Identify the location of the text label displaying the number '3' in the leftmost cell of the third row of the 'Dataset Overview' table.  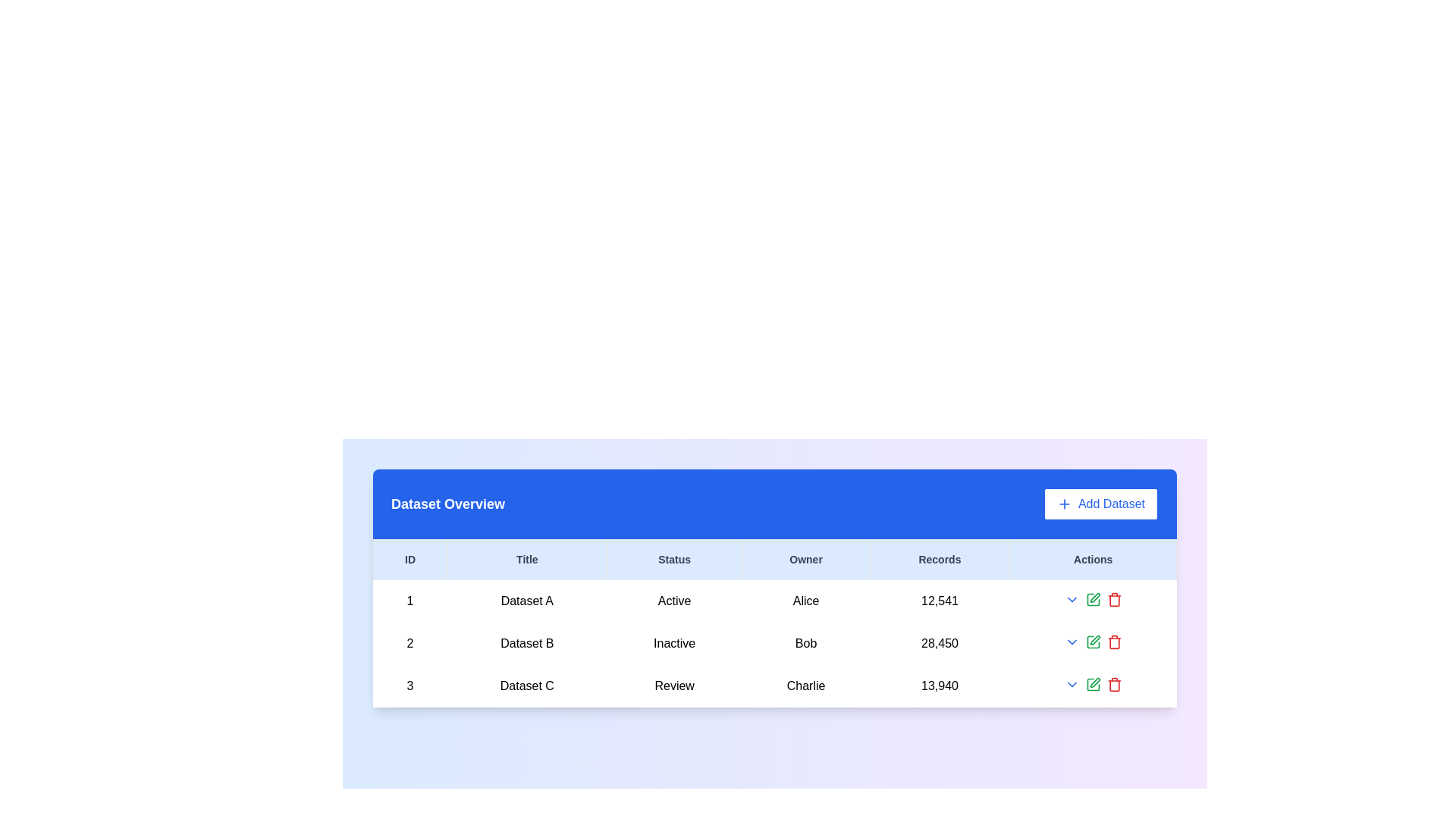
(410, 686).